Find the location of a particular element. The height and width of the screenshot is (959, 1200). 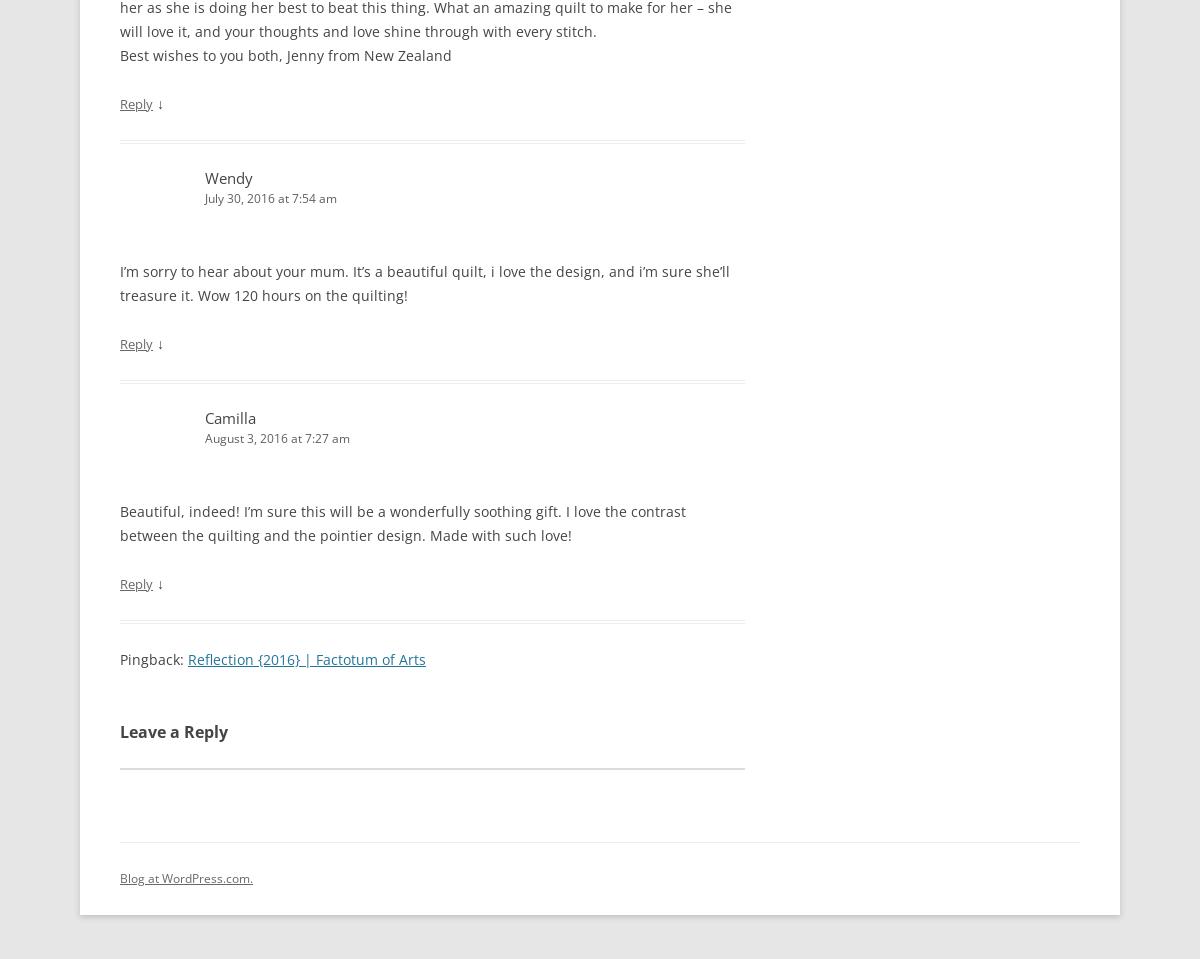

'Beautiful, indeed! I’m sure this will be a wonderfully soothing gift. I love the contrast between the quilting and the pointier design. Made with such love!' is located at coordinates (402, 522).